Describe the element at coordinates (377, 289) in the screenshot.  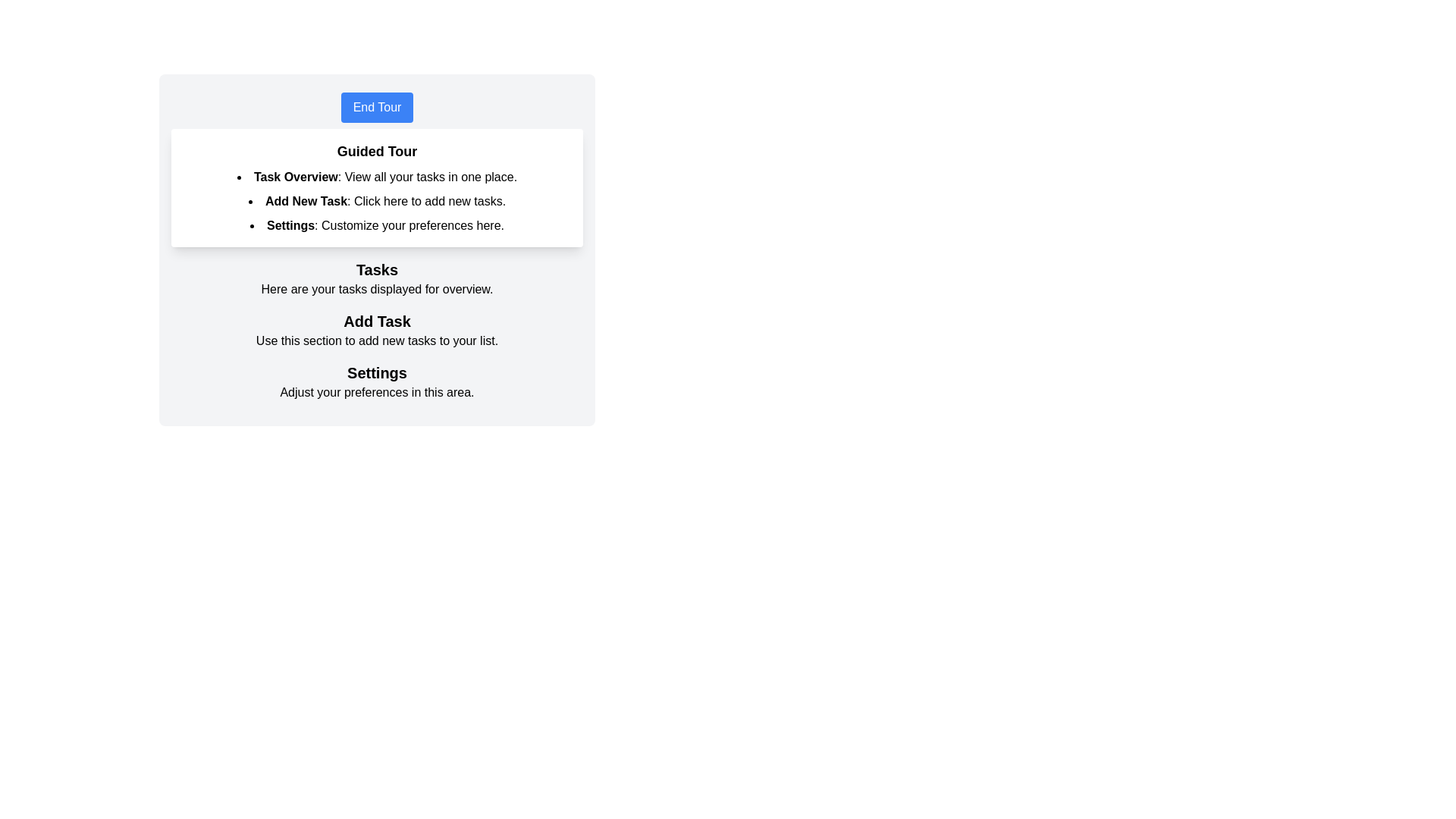
I see `the descriptive label for the 'Tasks' section, which provides information about the displayed tasks, located directly below the bold text 'Tasks'` at that location.